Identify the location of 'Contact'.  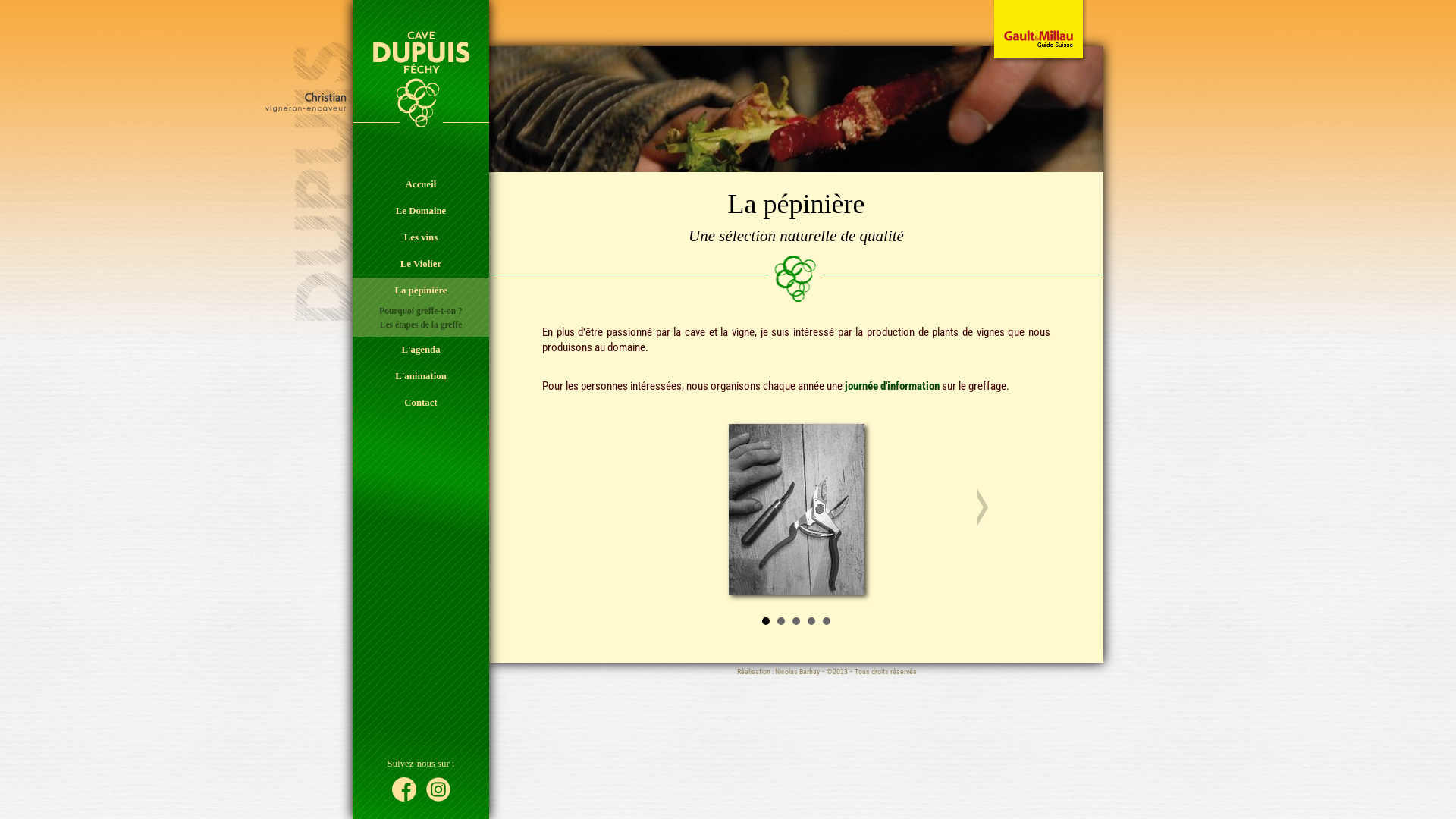
(421, 402).